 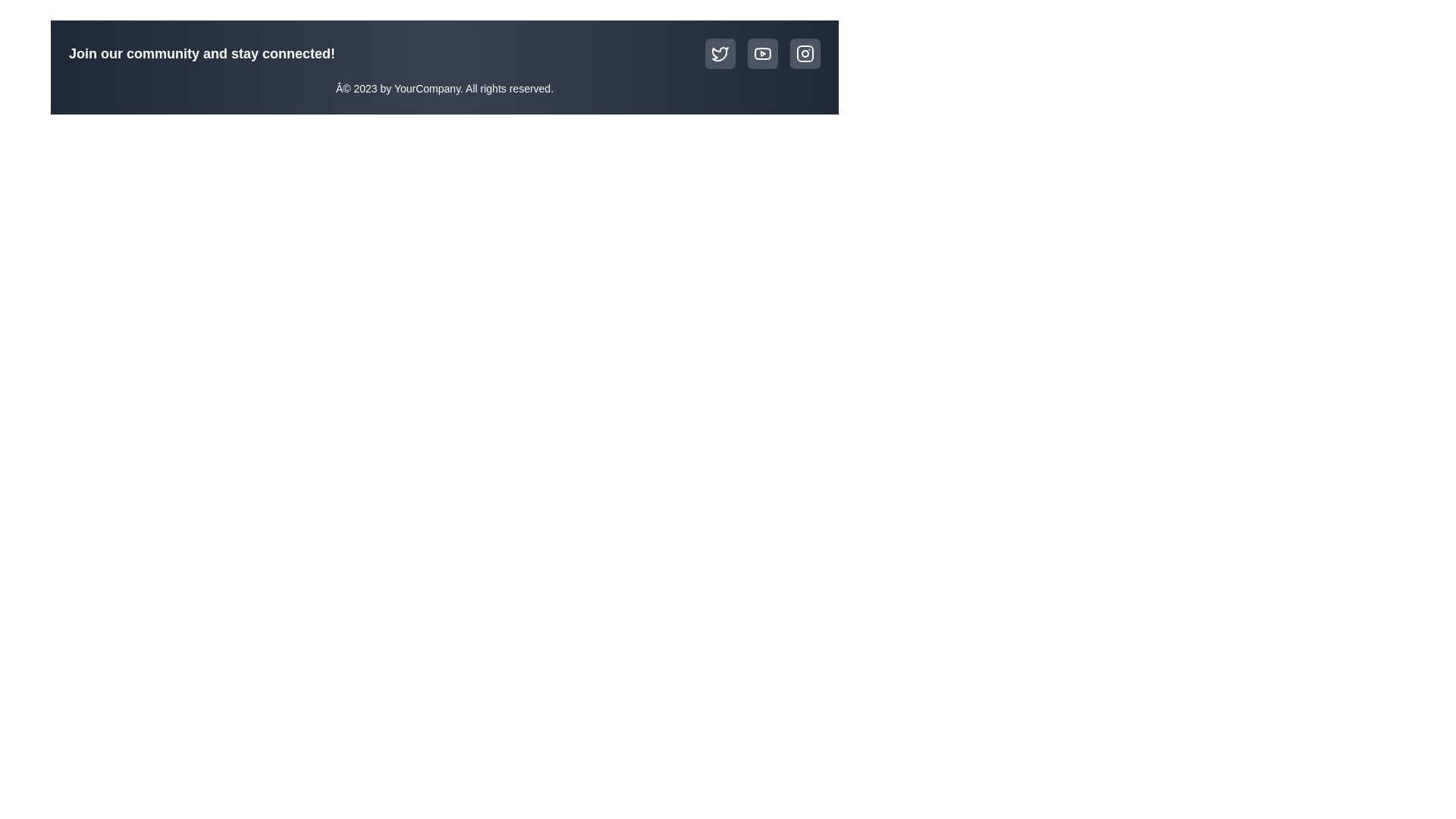 I want to click on the white Instagram logo icon located in the top-right footer section, so click(x=804, y=52).